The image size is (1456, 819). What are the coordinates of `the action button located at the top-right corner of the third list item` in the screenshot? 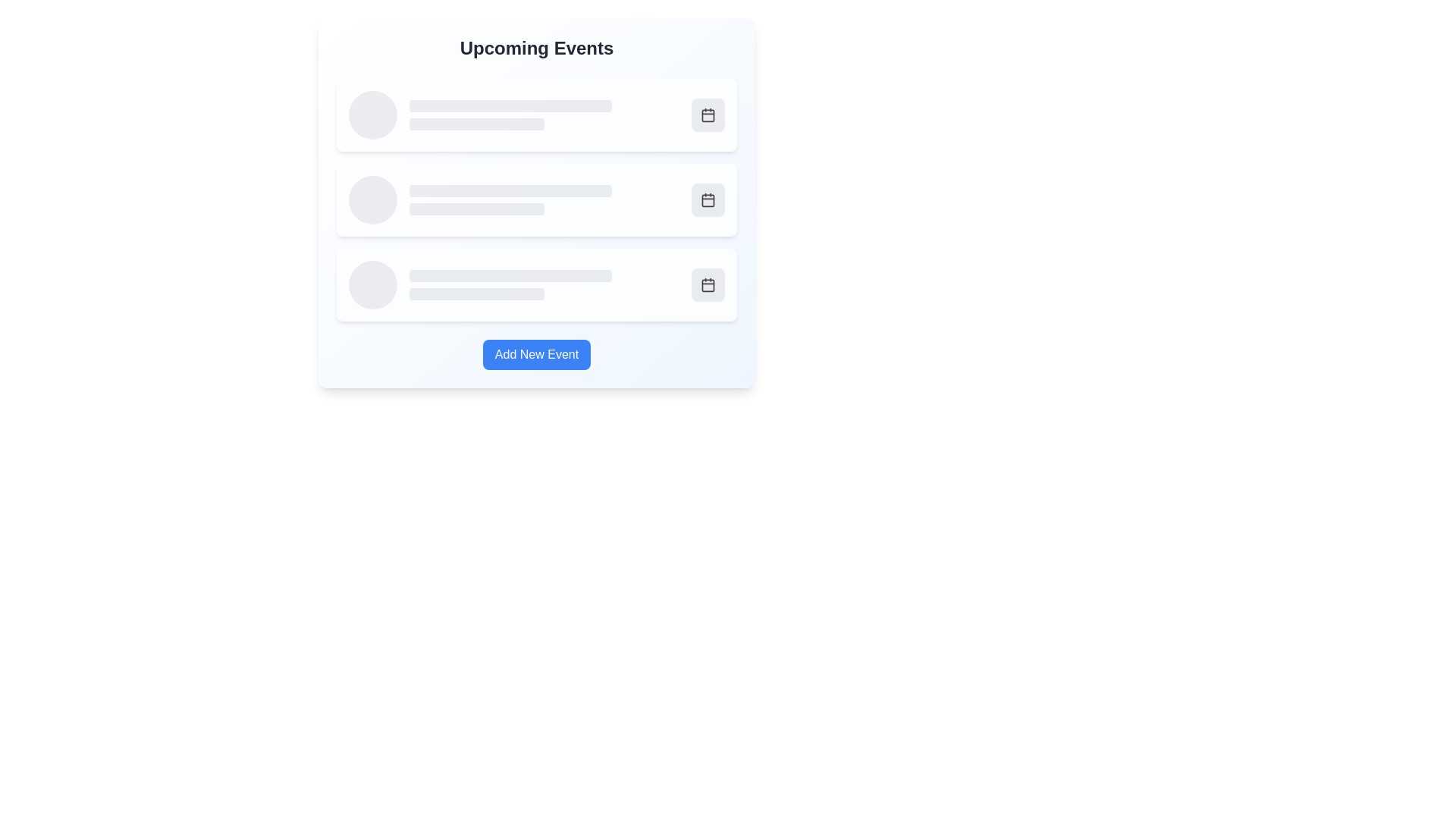 It's located at (708, 284).